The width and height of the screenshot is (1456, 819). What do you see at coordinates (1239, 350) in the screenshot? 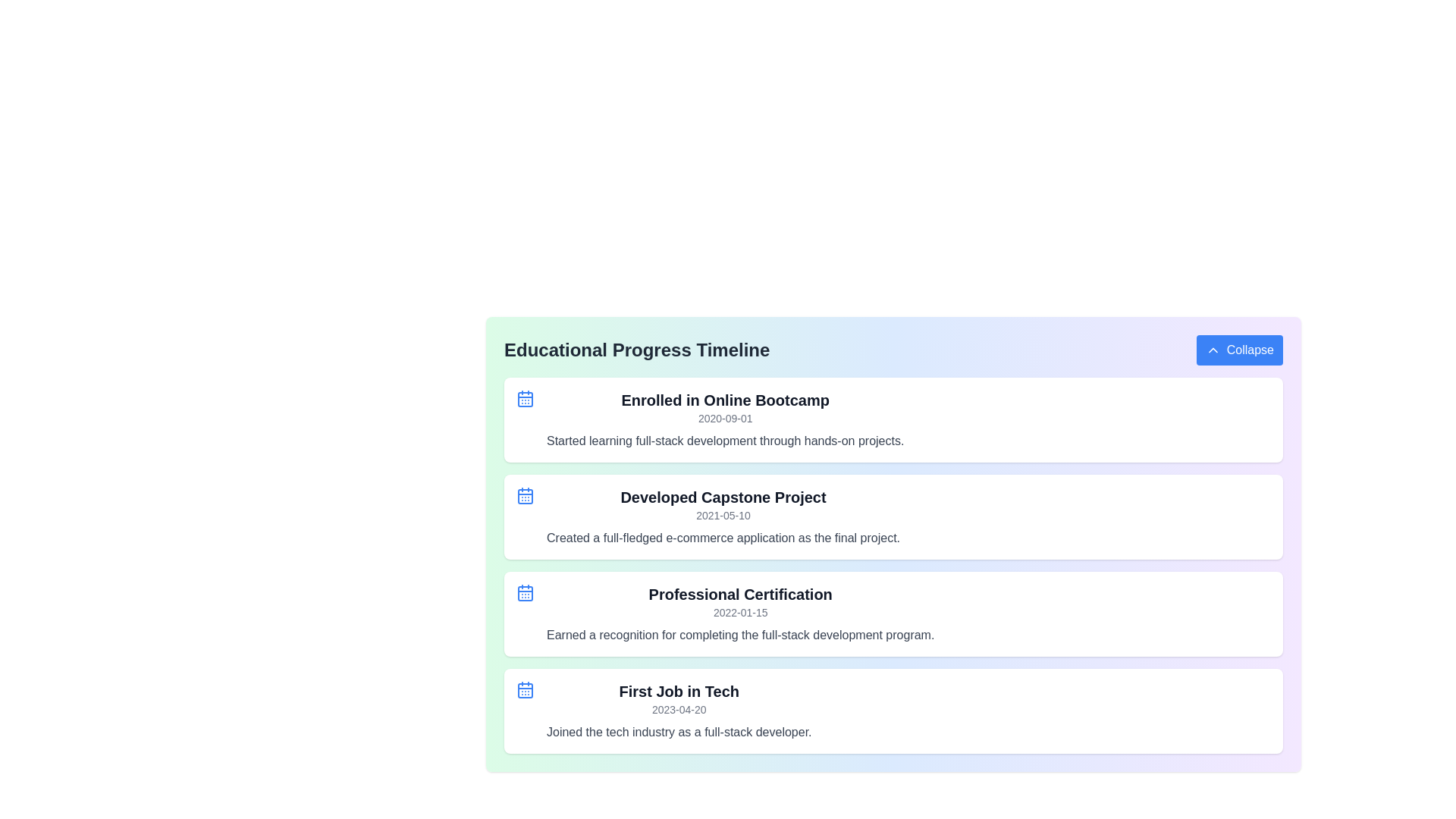
I see `the collapsible toggle button for the 'Educational Progress Timeline' section` at bounding box center [1239, 350].